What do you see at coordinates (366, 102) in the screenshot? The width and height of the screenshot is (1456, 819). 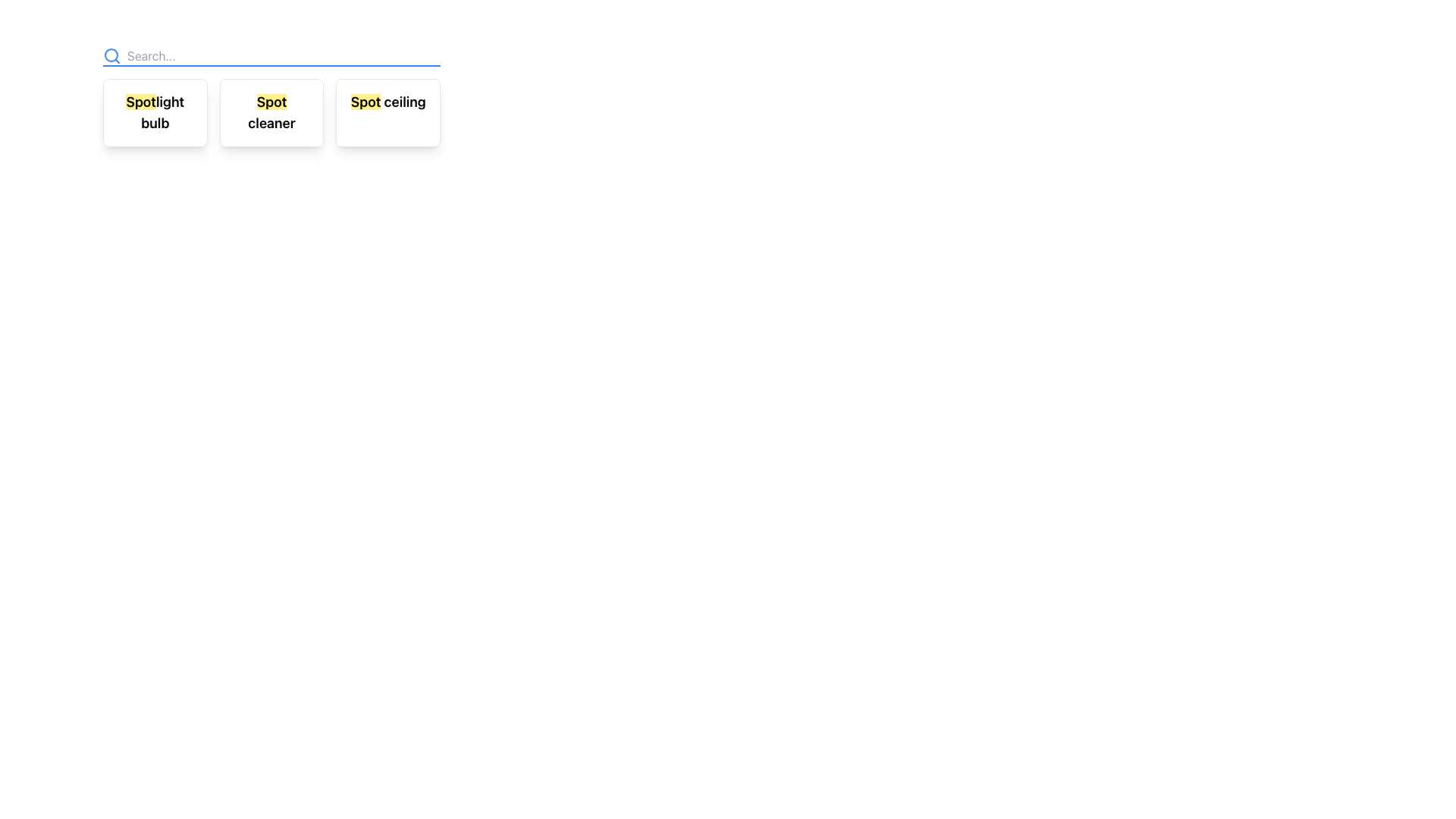 I see `the text 'Spot' which is highlighted with a yellow background and styled in bold within the phrase 'Spot ceiling'` at bounding box center [366, 102].